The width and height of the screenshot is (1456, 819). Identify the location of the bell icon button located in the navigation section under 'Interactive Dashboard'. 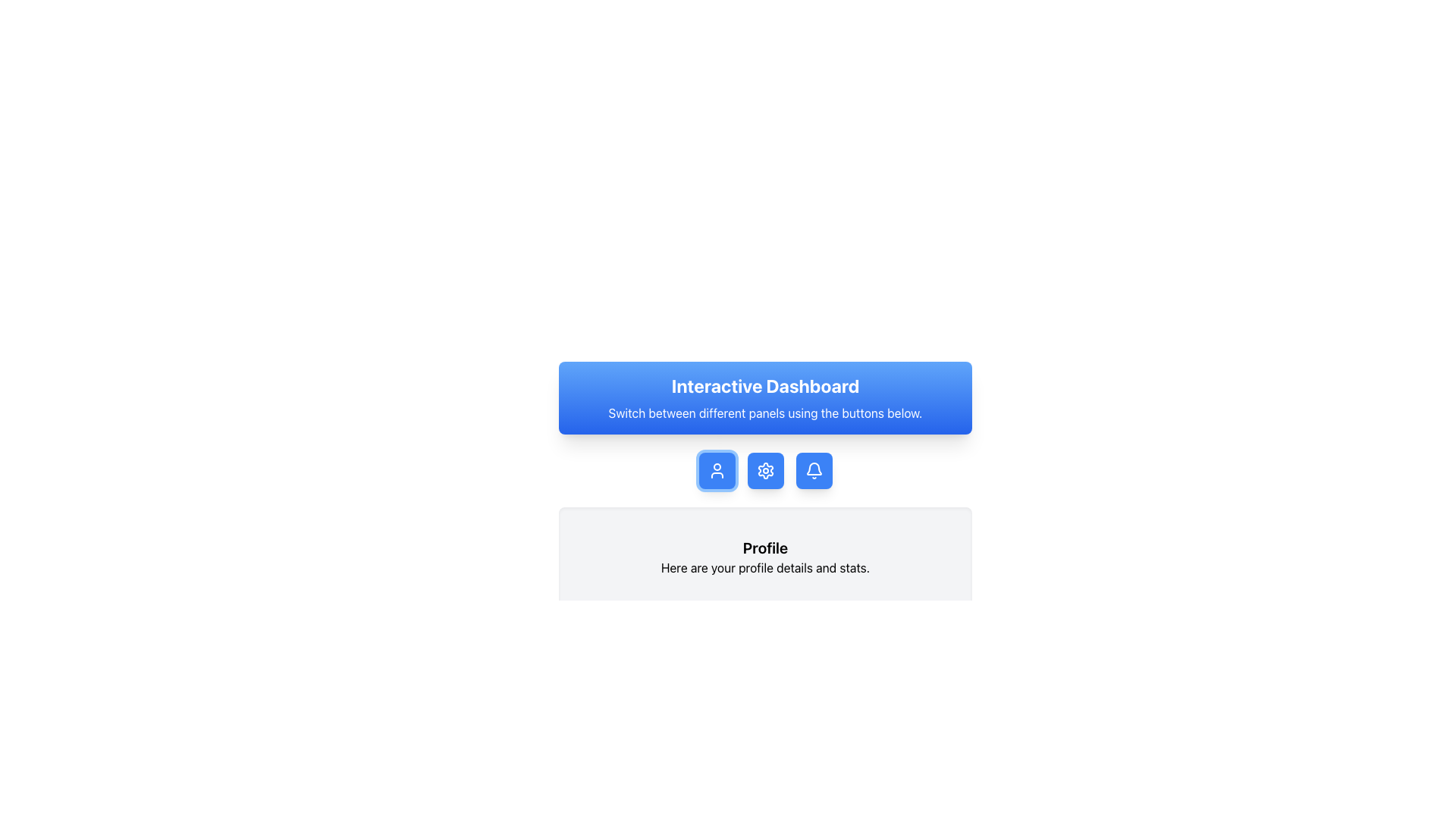
(813, 470).